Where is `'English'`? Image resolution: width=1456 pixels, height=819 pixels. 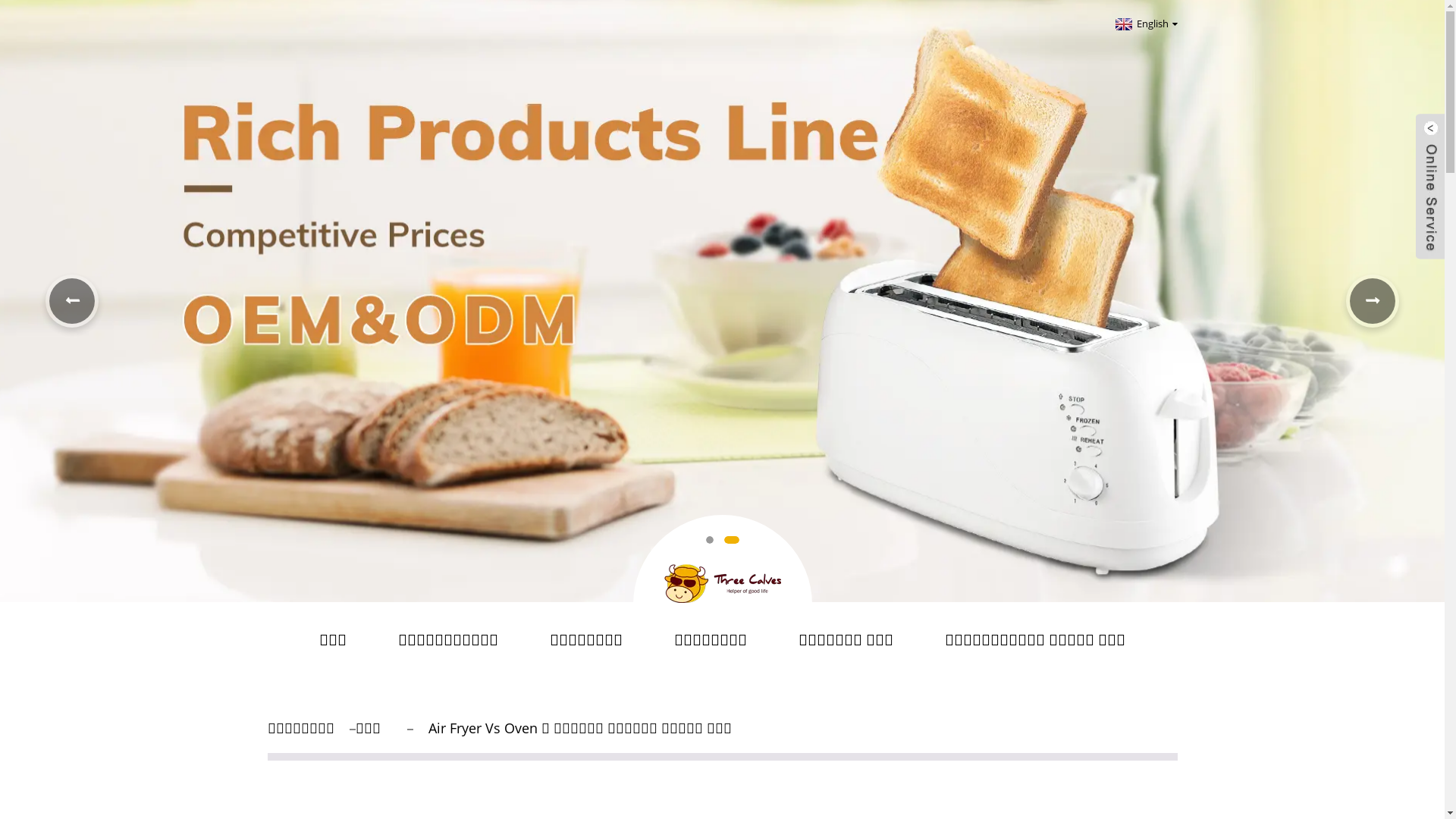
'English' is located at coordinates (1144, 23).